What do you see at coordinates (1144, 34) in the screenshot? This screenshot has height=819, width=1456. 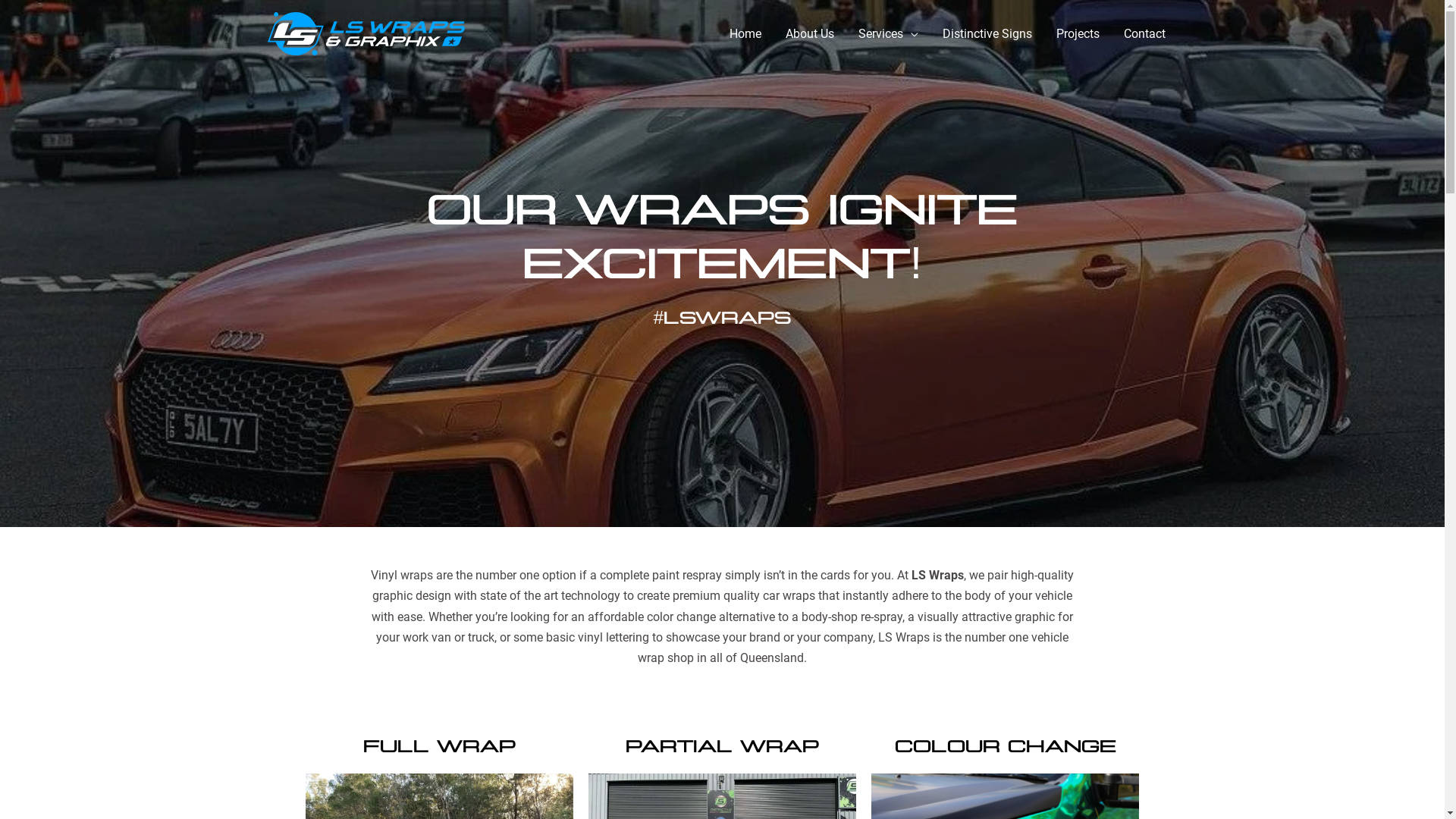 I see `'Contact'` at bounding box center [1144, 34].